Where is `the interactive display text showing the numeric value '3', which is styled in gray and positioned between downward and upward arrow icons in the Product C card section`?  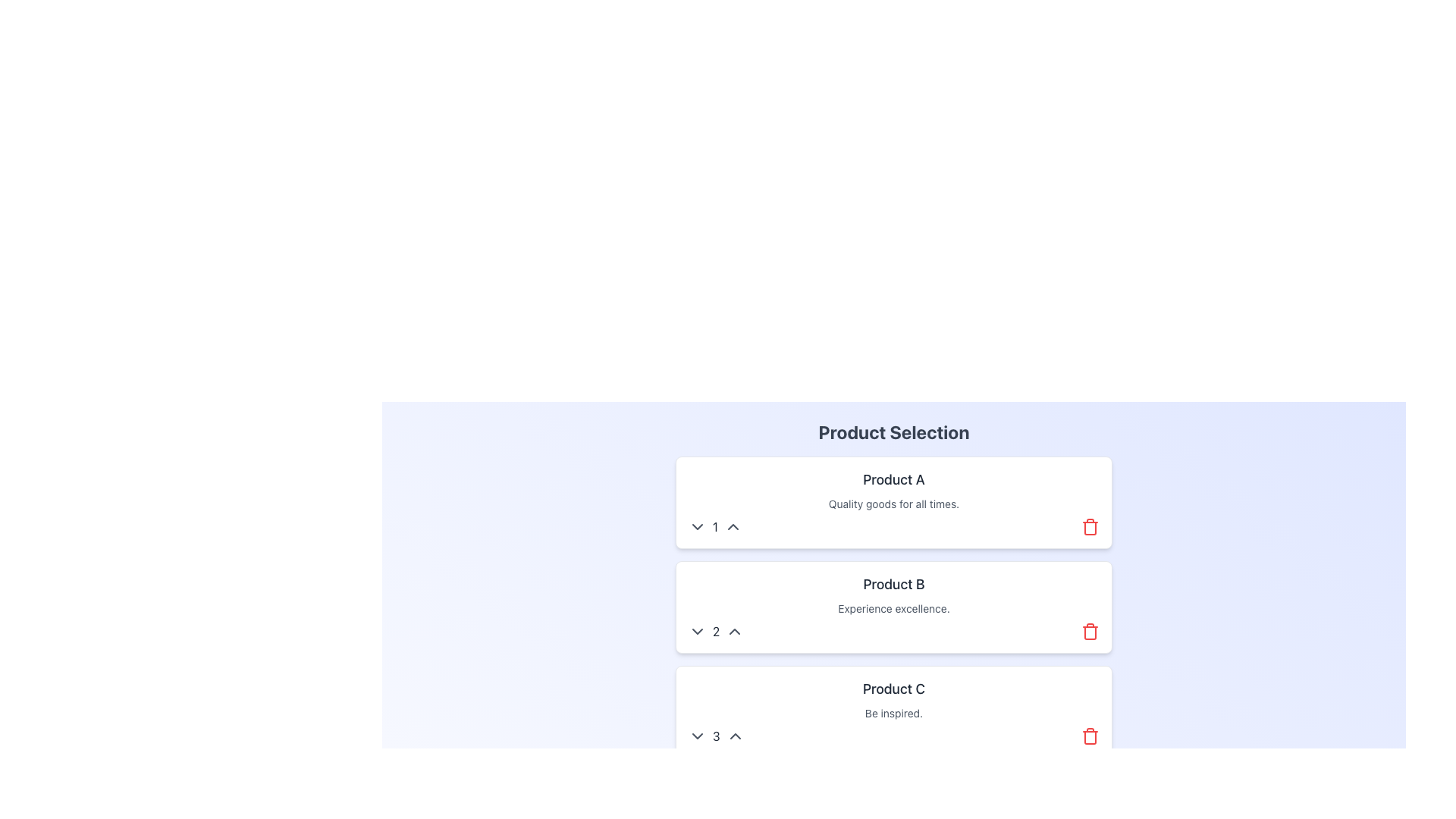 the interactive display text showing the numeric value '3', which is styled in gray and positioned between downward and upward arrow icons in the Product C card section is located at coordinates (715, 736).